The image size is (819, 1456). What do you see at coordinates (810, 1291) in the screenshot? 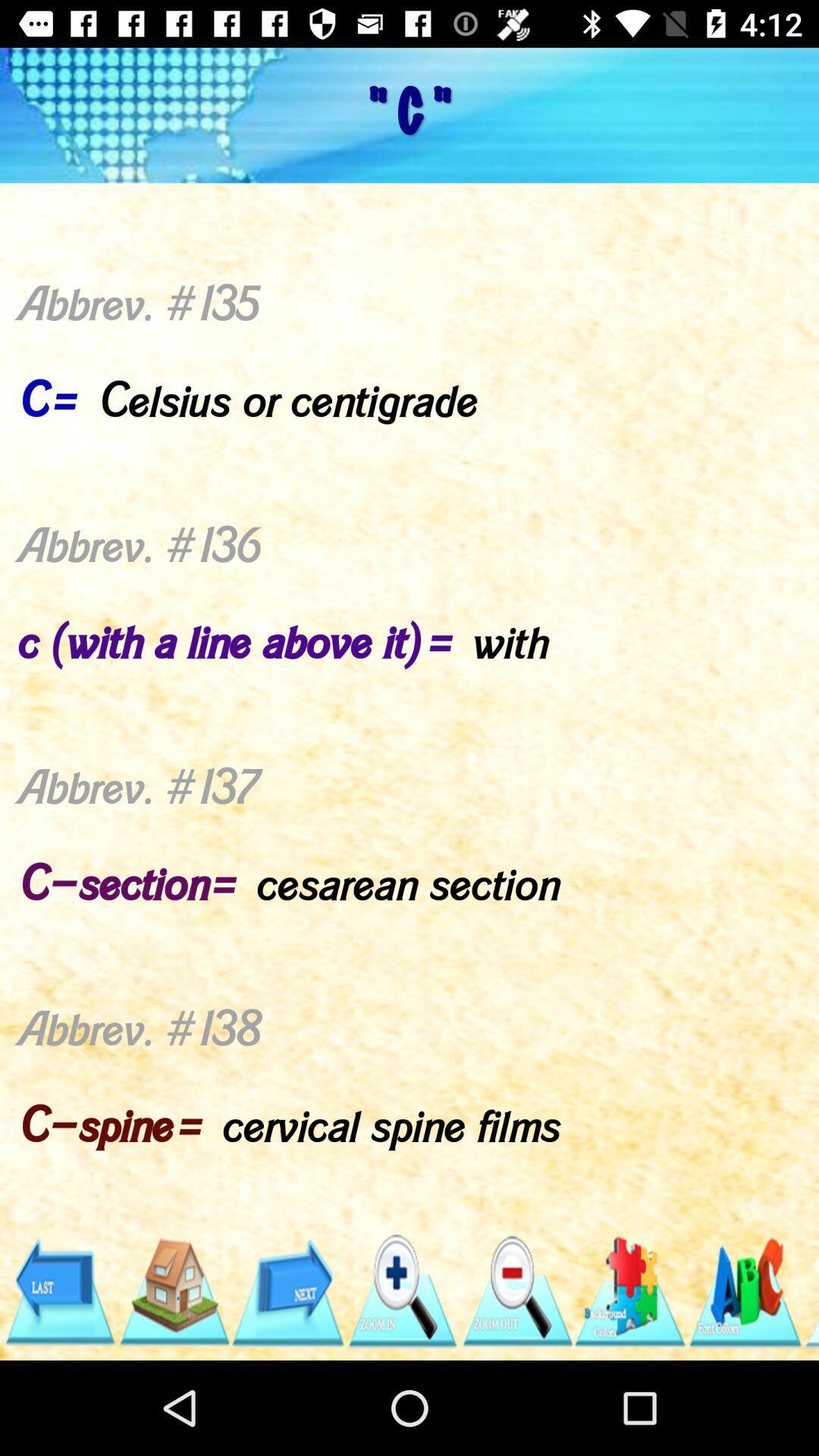
I see `item below the abbrev 	135	 	c	 icon` at bounding box center [810, 1291].